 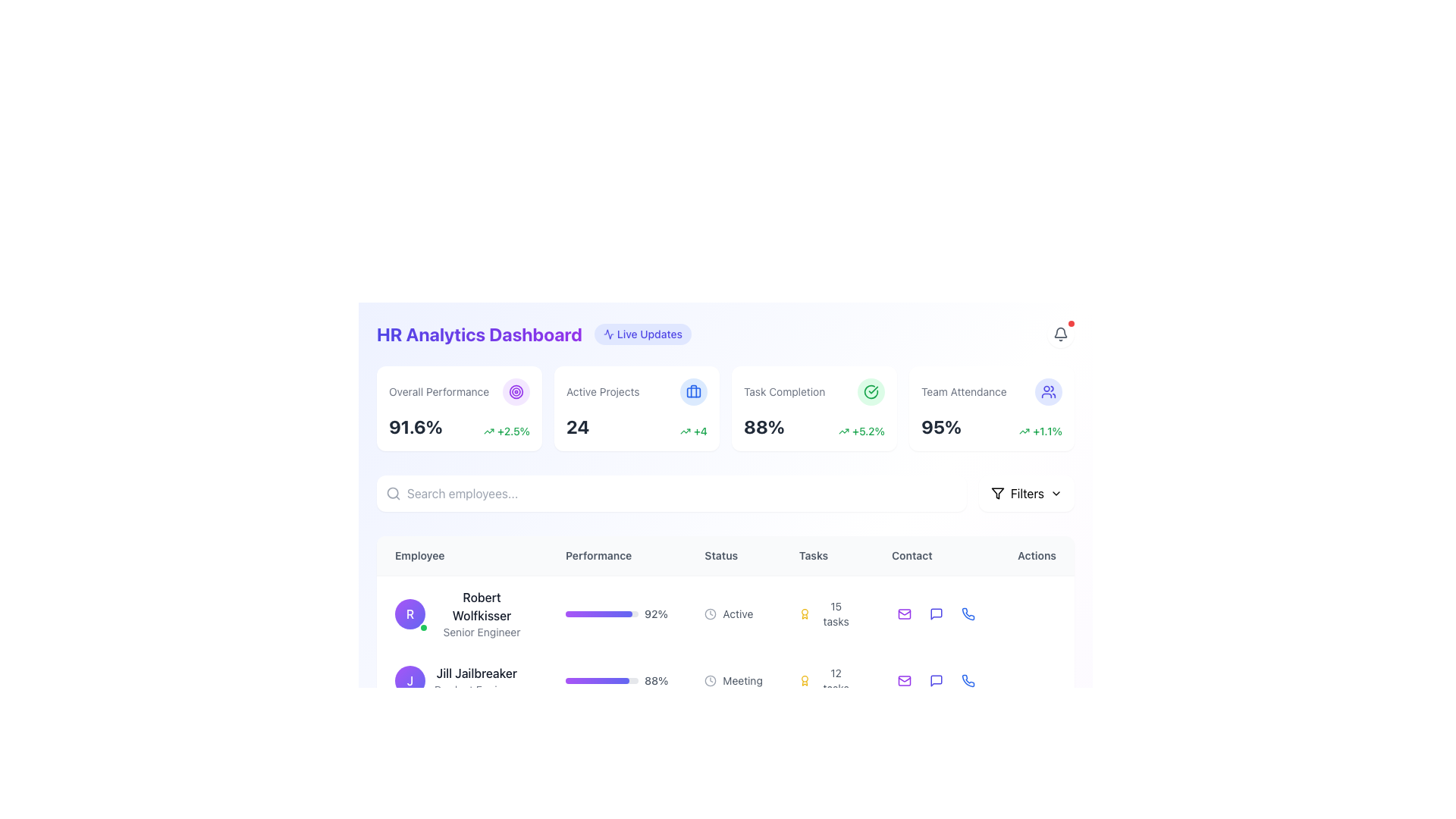 I want to click on the upward-pointing arrow icon with a green stroke color located in the top-right section of the 'Team Attendance' statistical card, adjacent to the '+1.1%' text, so click(x=1025, y=431).